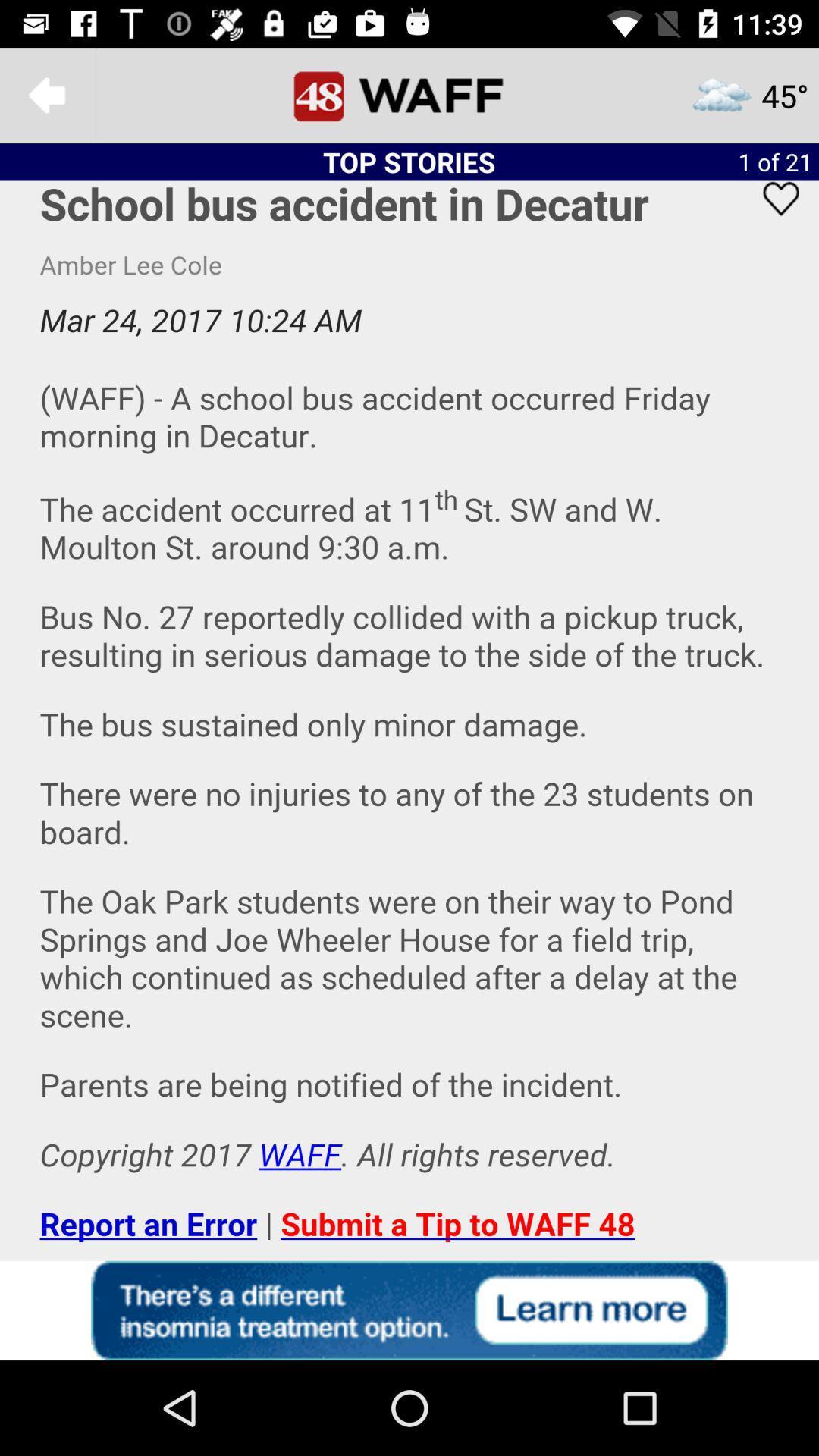 This screenshot has height=1456, width=819. I want to click on go back, so click(46, 94).